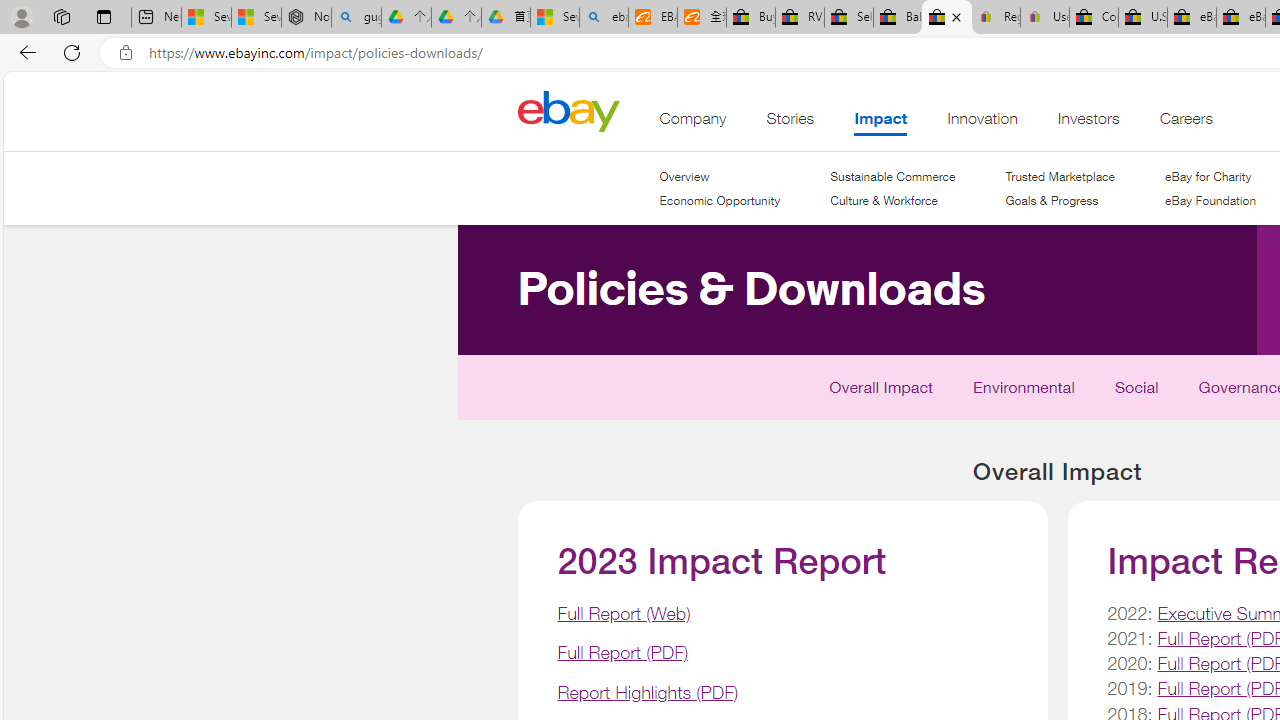 The width and height of the screenshot is (1280, 720). Describe the element at coordinates (1044, 17) in the screenshot. I see `'User Privacy Notice | eBay'` at that location.